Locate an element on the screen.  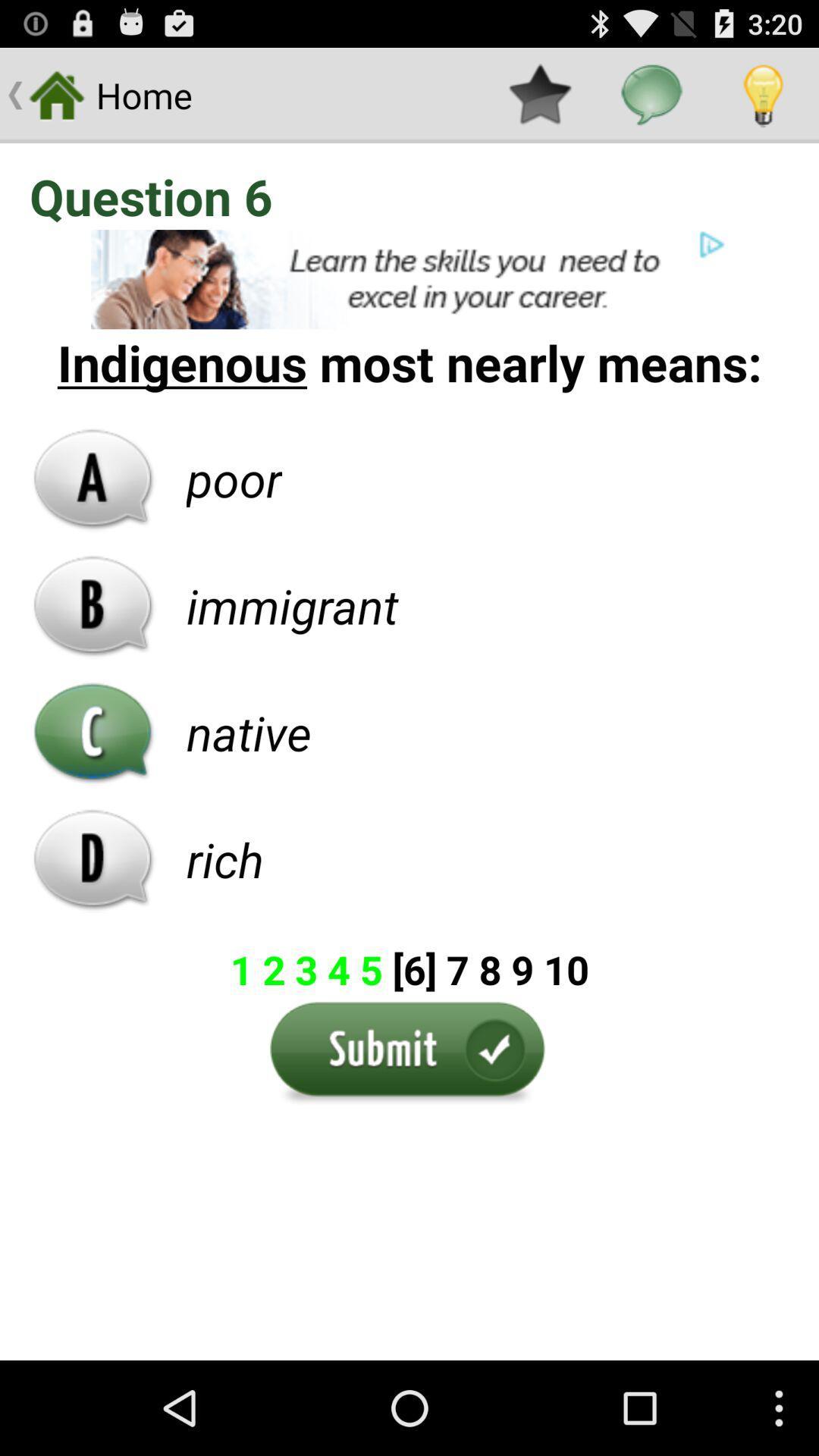
click on banner to find out more is located at coordinates (409, 279).